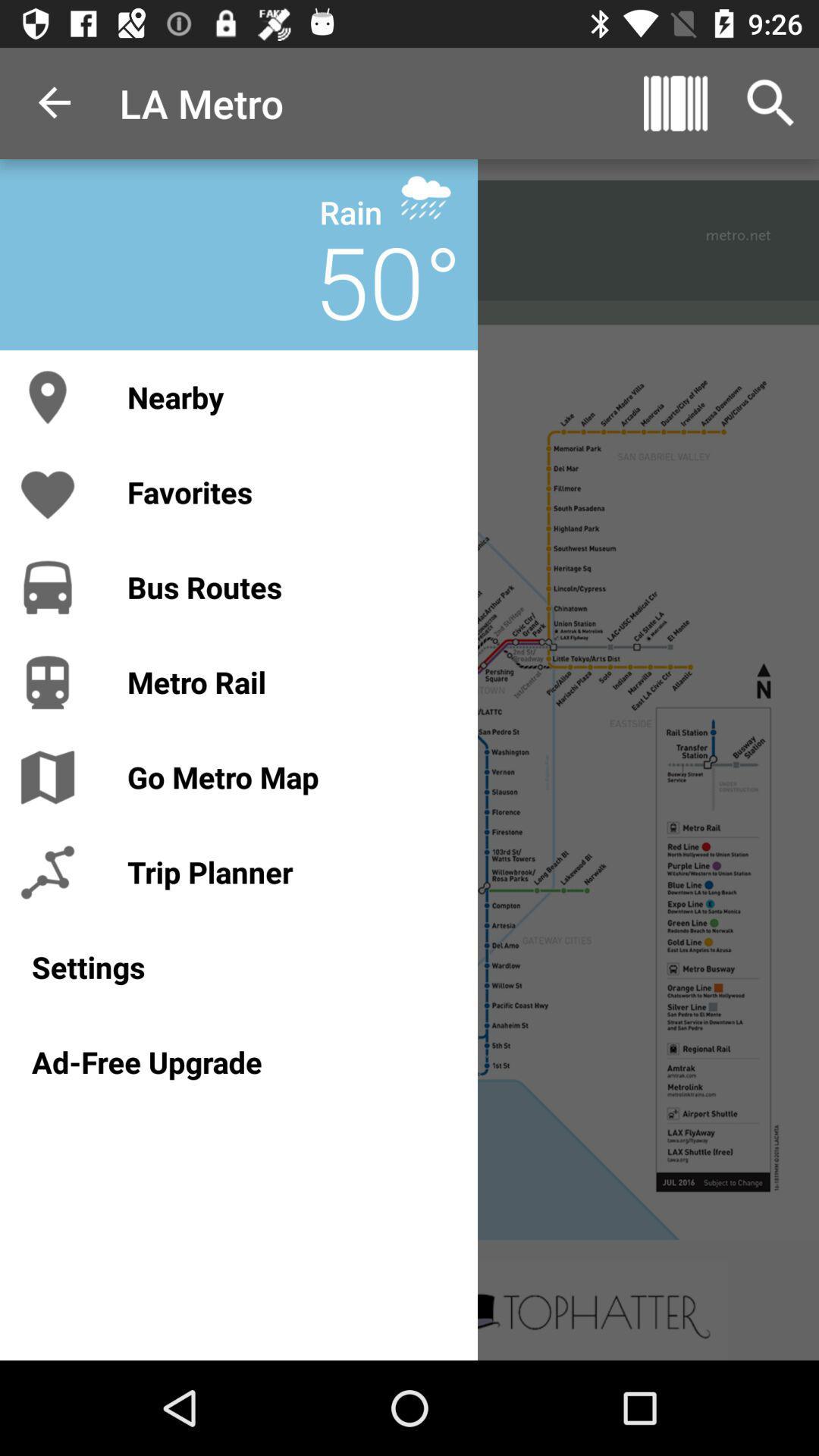  Describe the element at coordinates (239, 1061) in the screenshot. I see `the item at the bottom left corner` at that location.